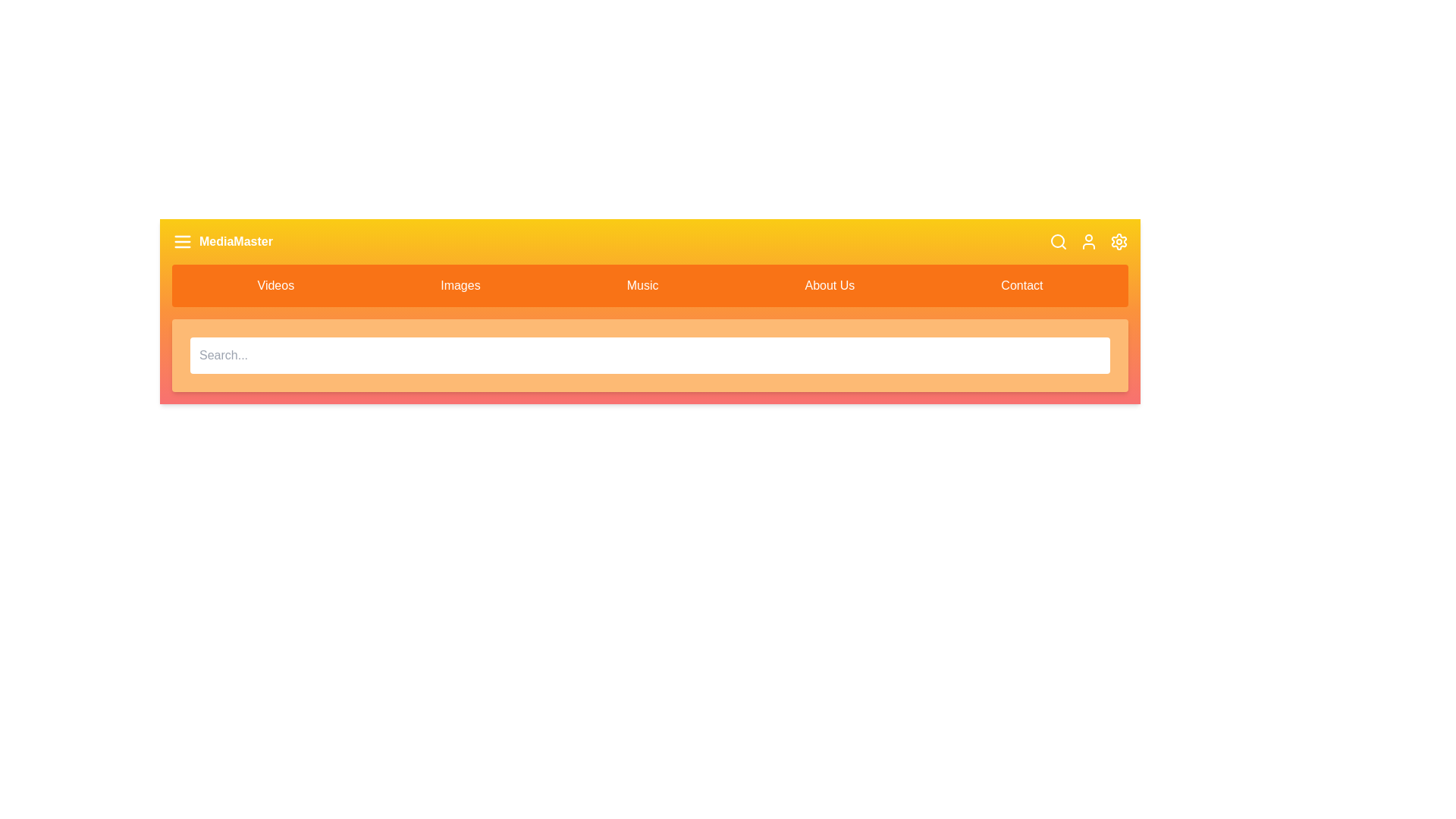 Image resolution: width=1456 pixels, height=819 pixels. Describe the element at coordinates (1119, 241) in the screenshot. I see `the settings icon to open the configuration options` at that location.